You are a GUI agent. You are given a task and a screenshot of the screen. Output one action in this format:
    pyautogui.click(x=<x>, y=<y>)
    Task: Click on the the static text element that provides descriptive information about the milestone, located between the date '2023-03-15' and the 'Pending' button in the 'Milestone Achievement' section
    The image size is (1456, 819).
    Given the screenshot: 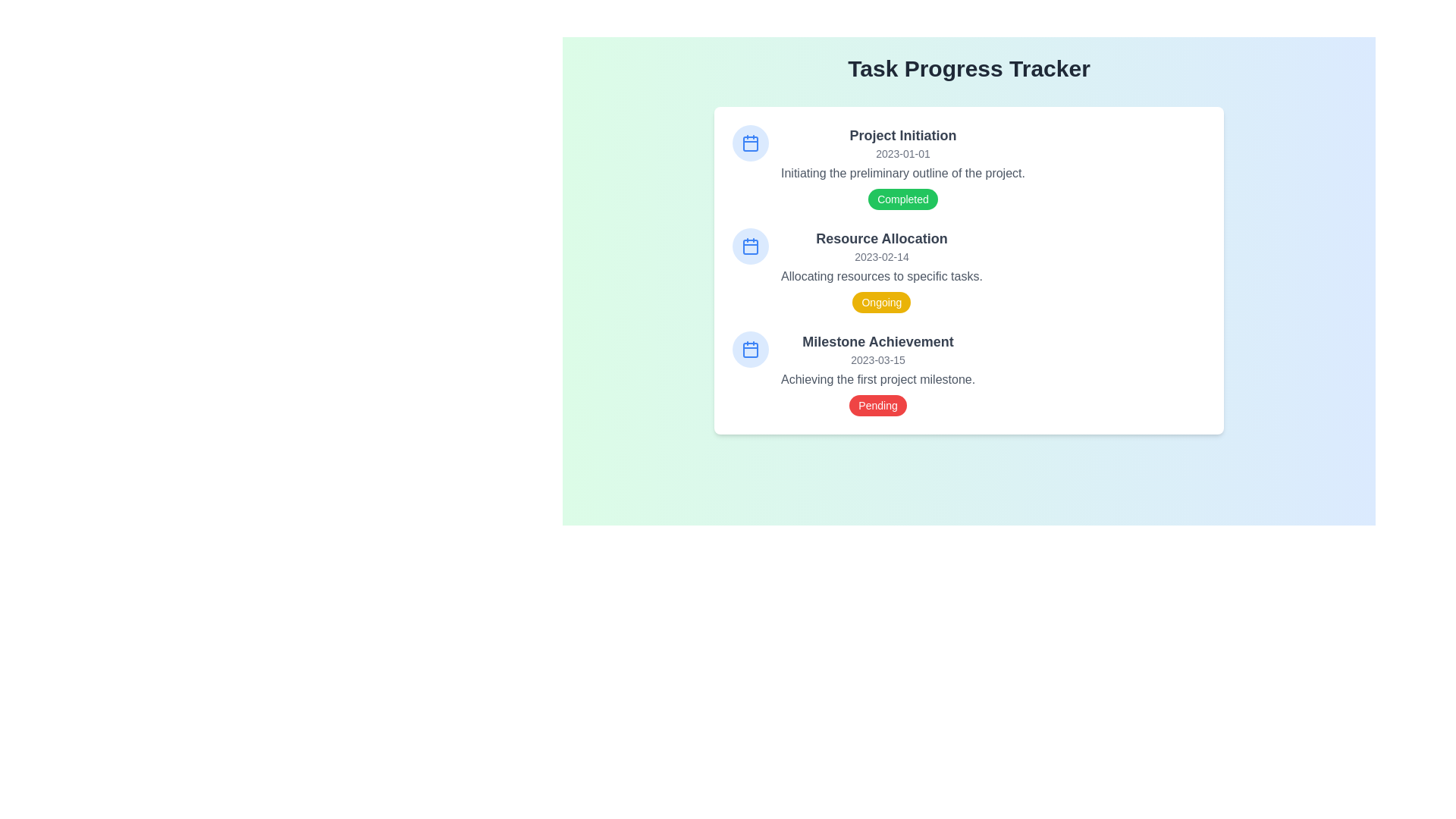 What is the action you would take?
    pyautogui.click(x=878, y=379)
    